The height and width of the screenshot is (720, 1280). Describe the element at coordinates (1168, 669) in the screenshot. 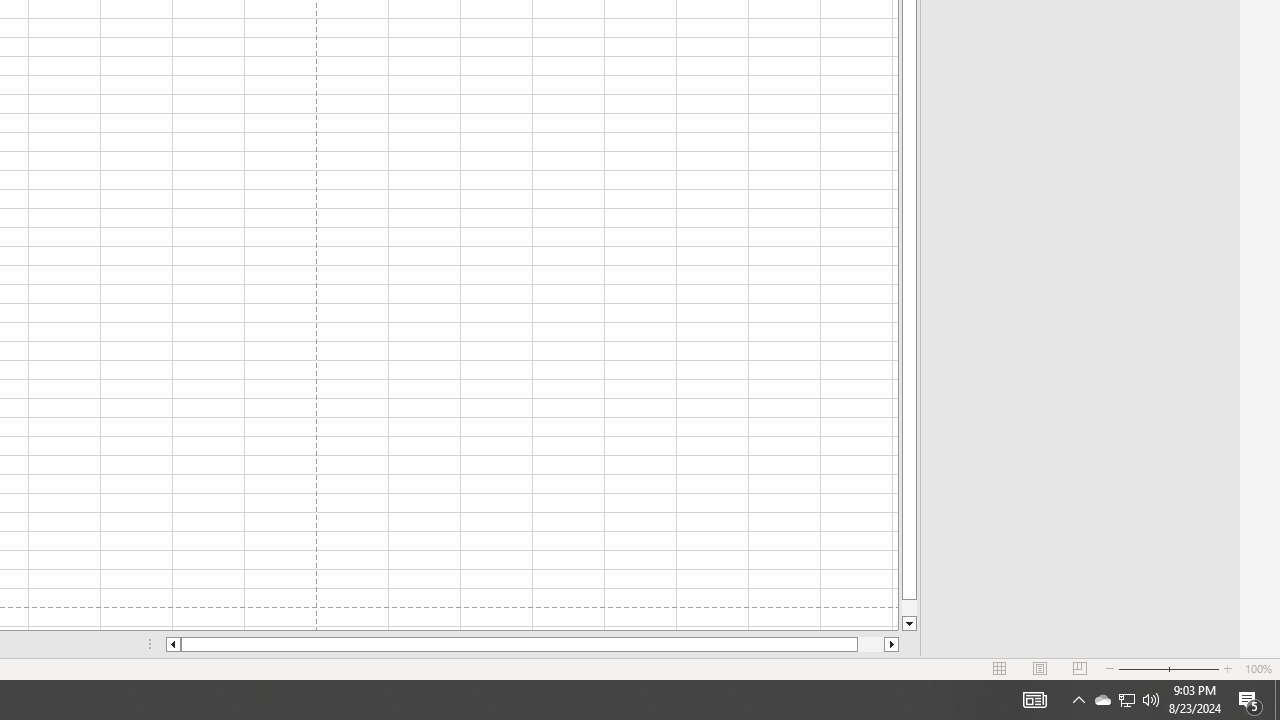

I see `'Zoom'` at that location.